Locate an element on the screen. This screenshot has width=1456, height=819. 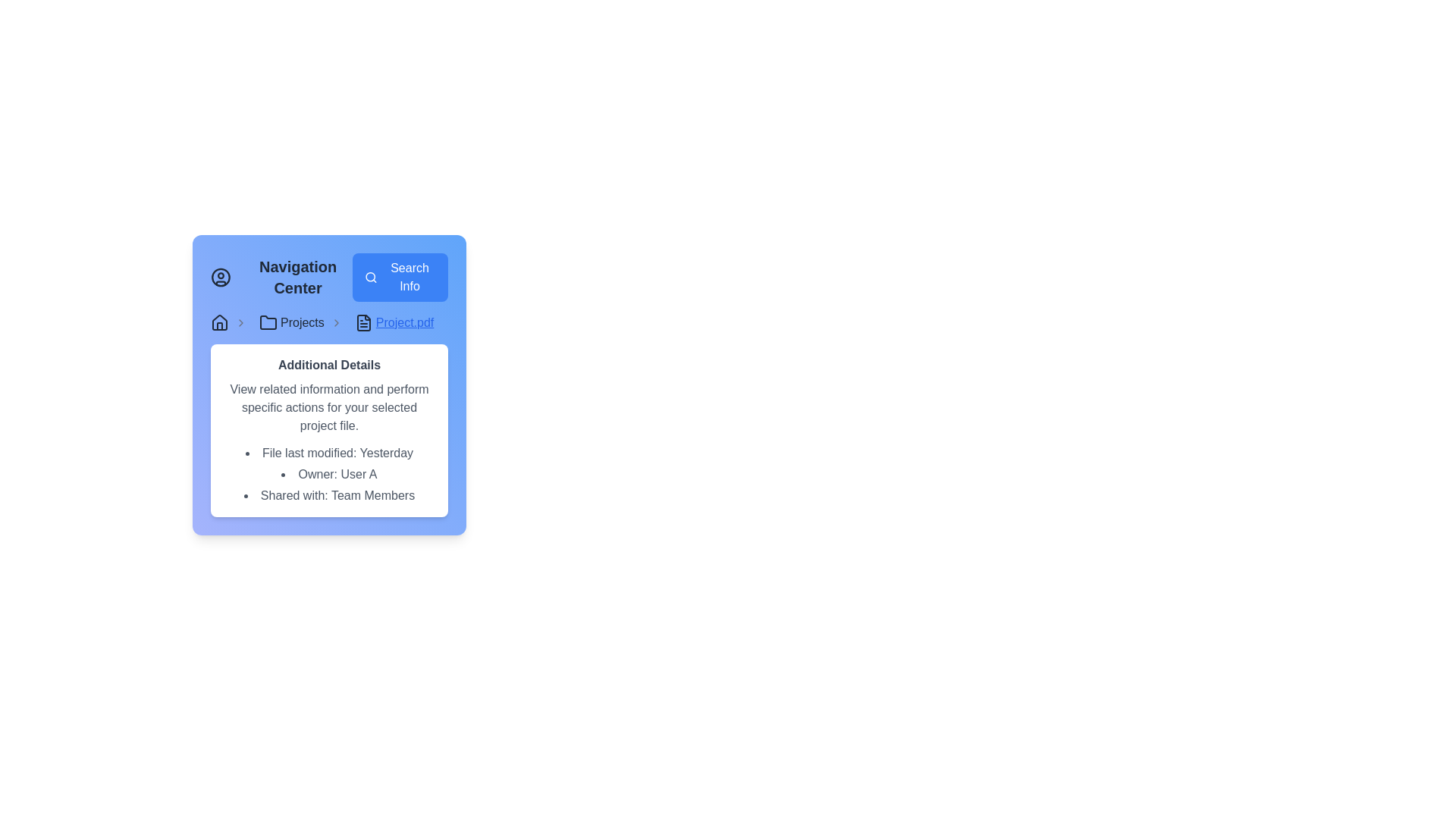
the text label reading 'Owner: User A', which is the second item in a bulleted list within the 'Additional Details' section is located at coordinates (328, 473).